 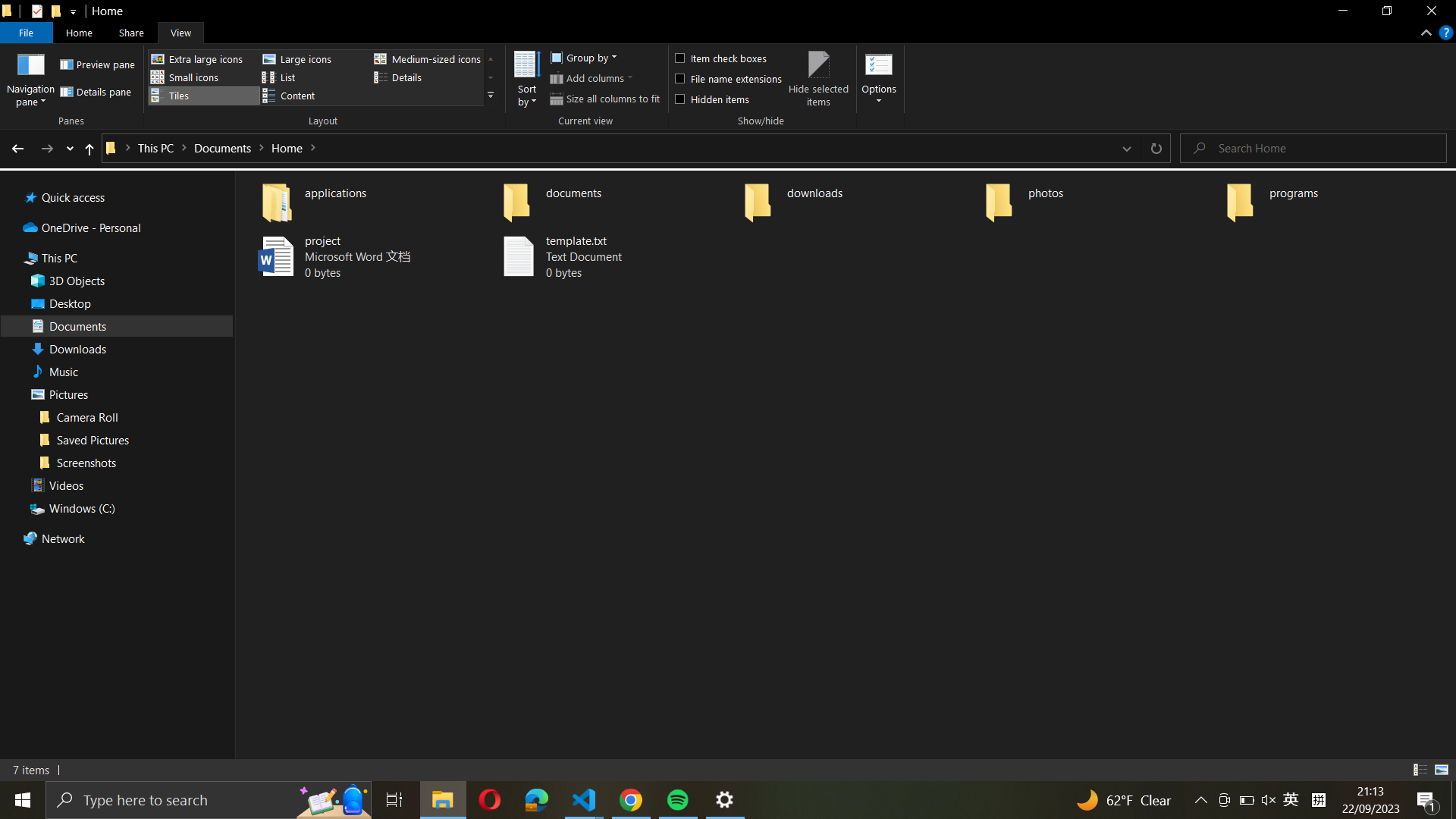 I want to click on Inspect further alternatives for the folder named "photos, so click(x=1099, y=198).